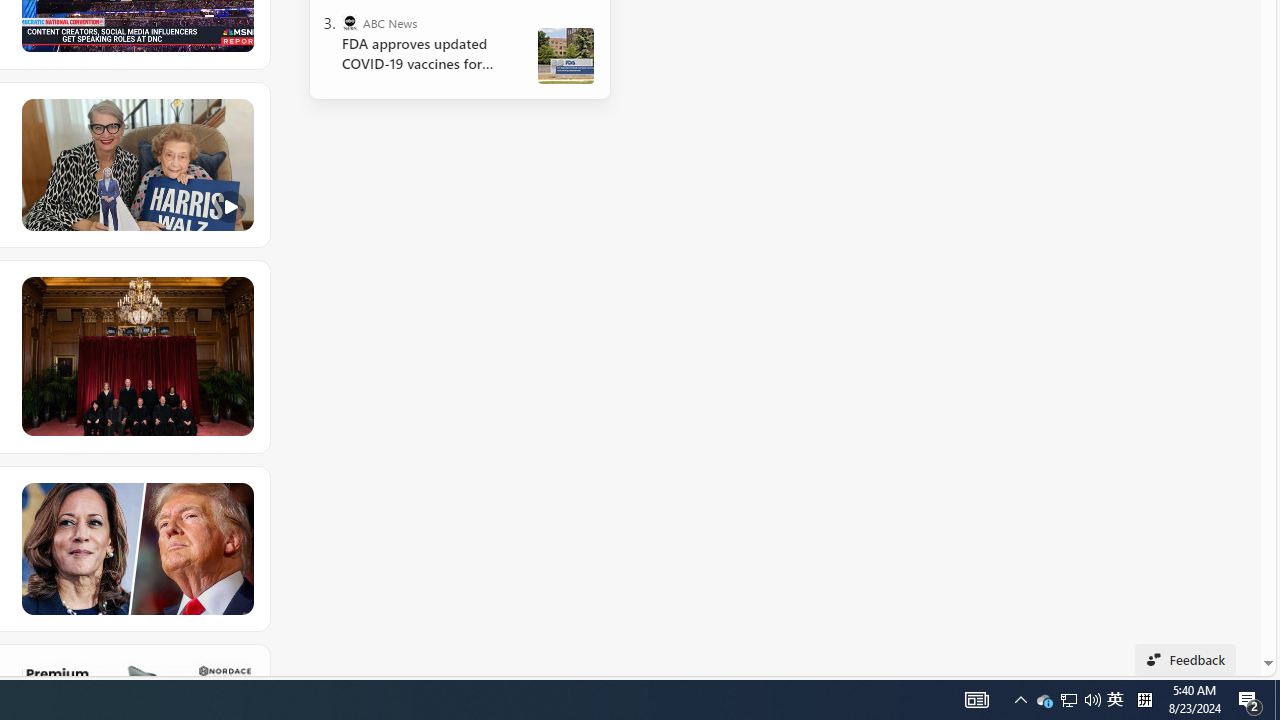  What do you see at coordinates (135, 164) in the screenshot?
I see `'Class: hero-image'` at bounding box center [135, 164].